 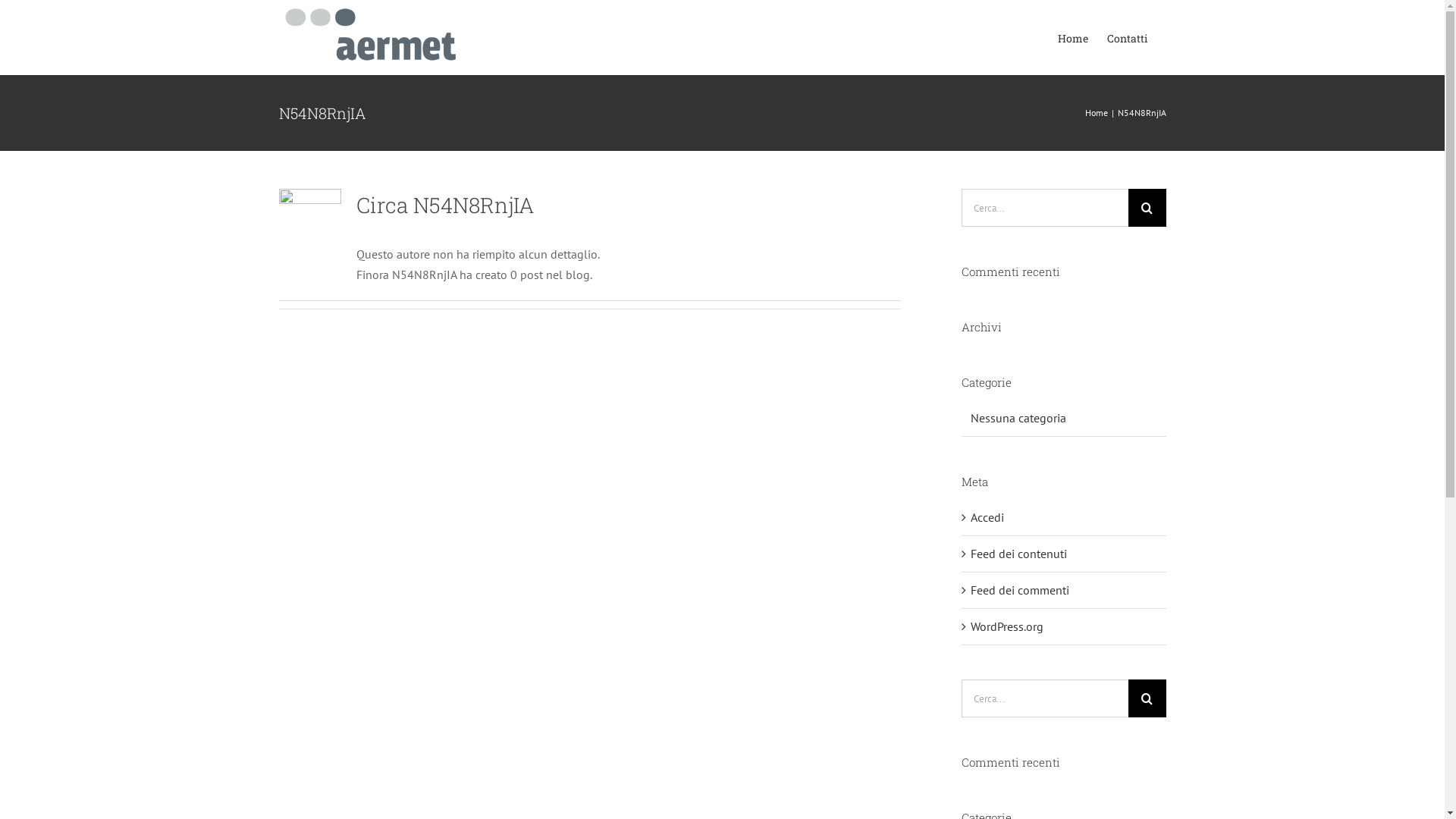 What do you see at coordinates (1018, 553) in the screenshot?
I see `'Feed dei contenuti'` at bounding box center [1018, 553].